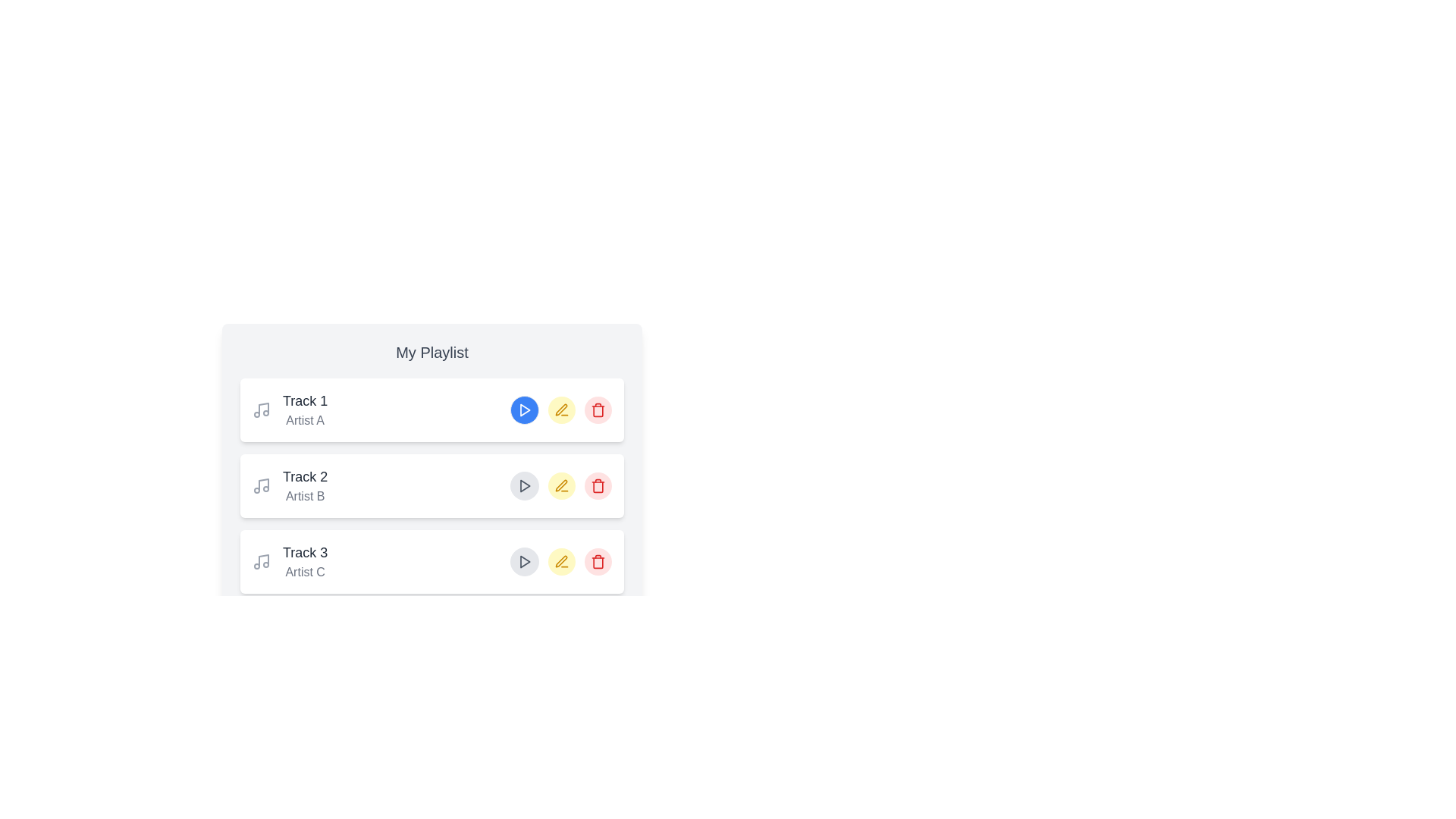 The width and height of the screenshot is (1456, 819). Describe the element at coordinates (597, 409) in the screenshot. I see `delete button for the track with title Track 1` at that location.